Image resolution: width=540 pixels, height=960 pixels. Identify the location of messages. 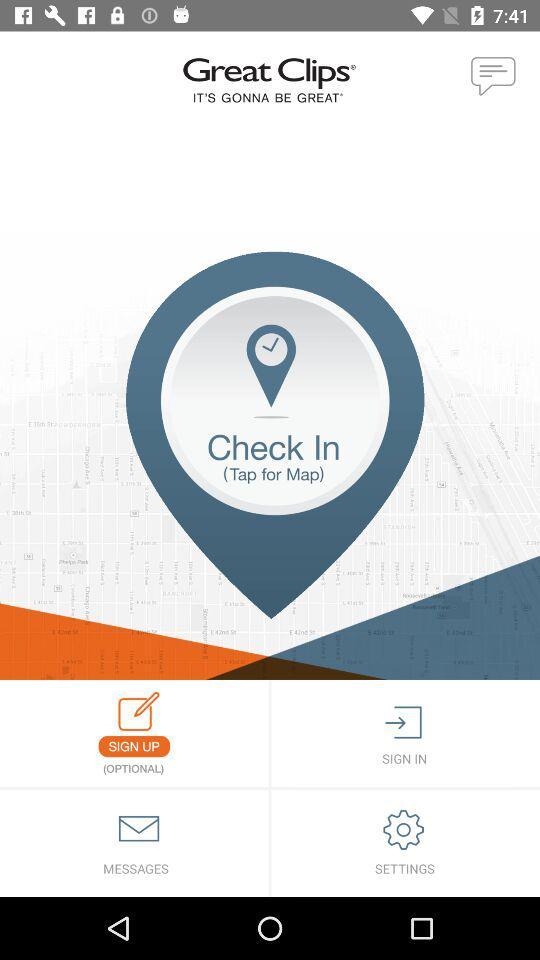
(134, 842).